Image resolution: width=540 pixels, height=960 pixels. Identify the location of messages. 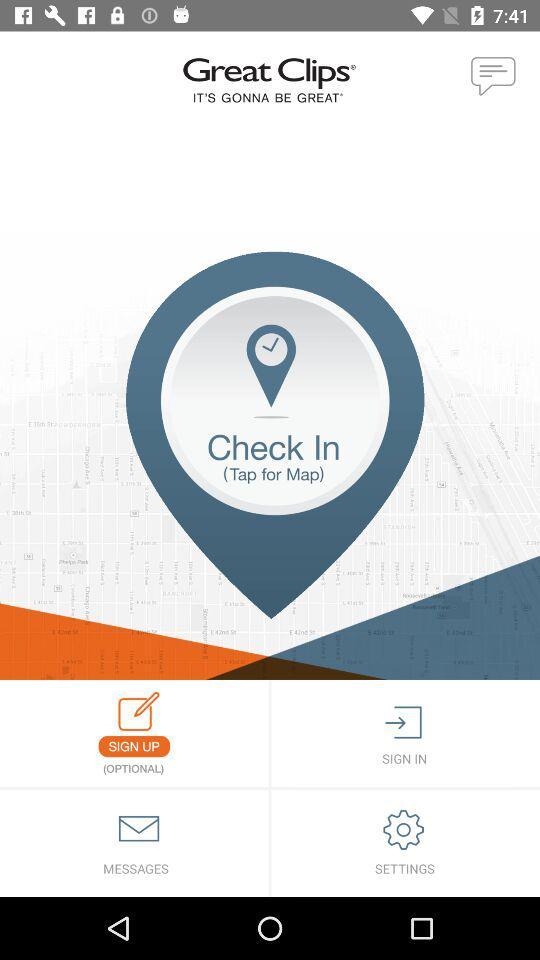
(134, 842).